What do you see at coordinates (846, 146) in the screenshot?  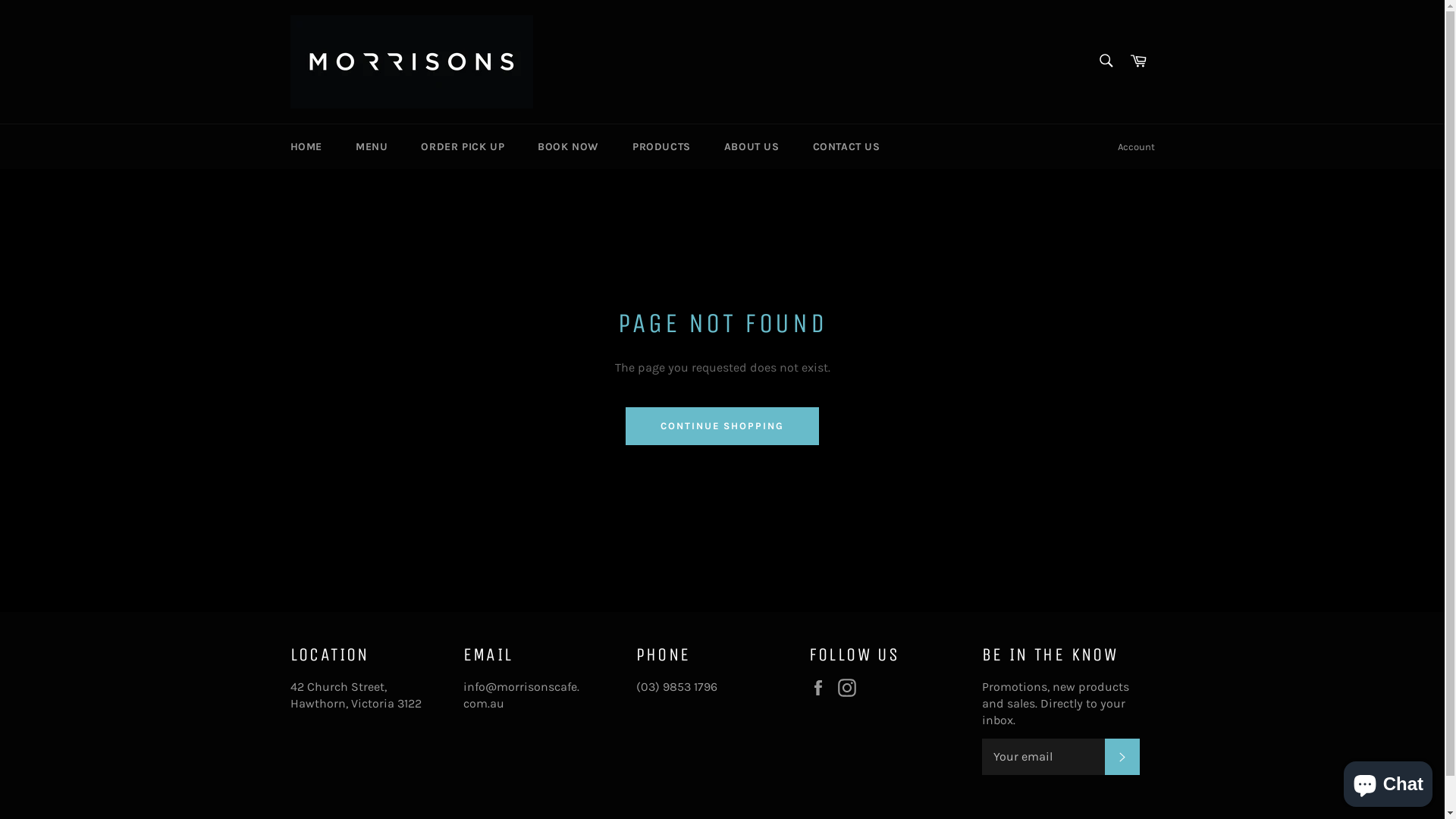 I see `'CONTACT US'` at bounding box center [846, 146].